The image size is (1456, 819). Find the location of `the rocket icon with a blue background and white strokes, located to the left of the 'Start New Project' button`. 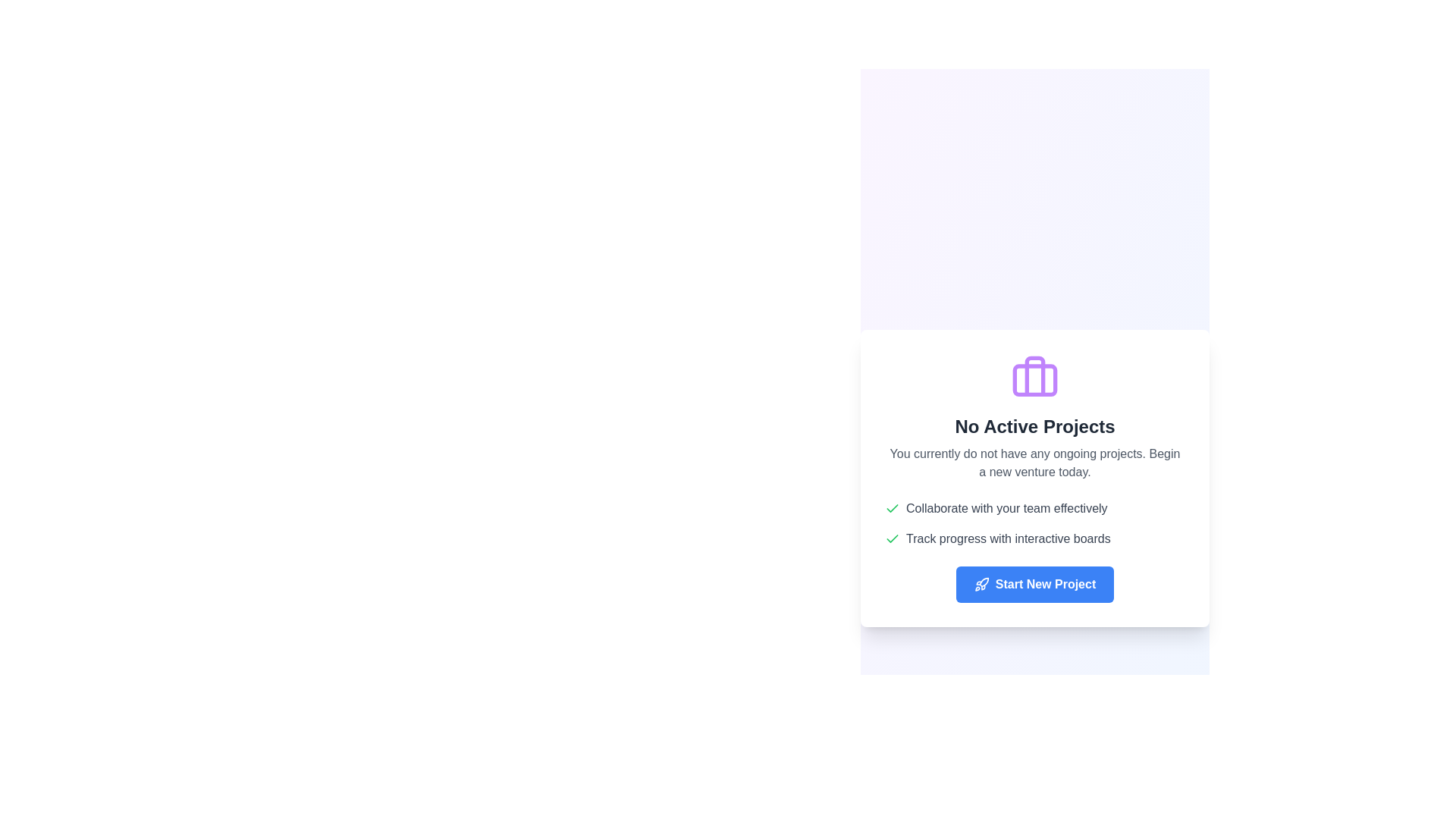

the rocket icon with a blue background and white strokes, located to the left of the 'Start New Project' button is located at coordinates (981, 584).